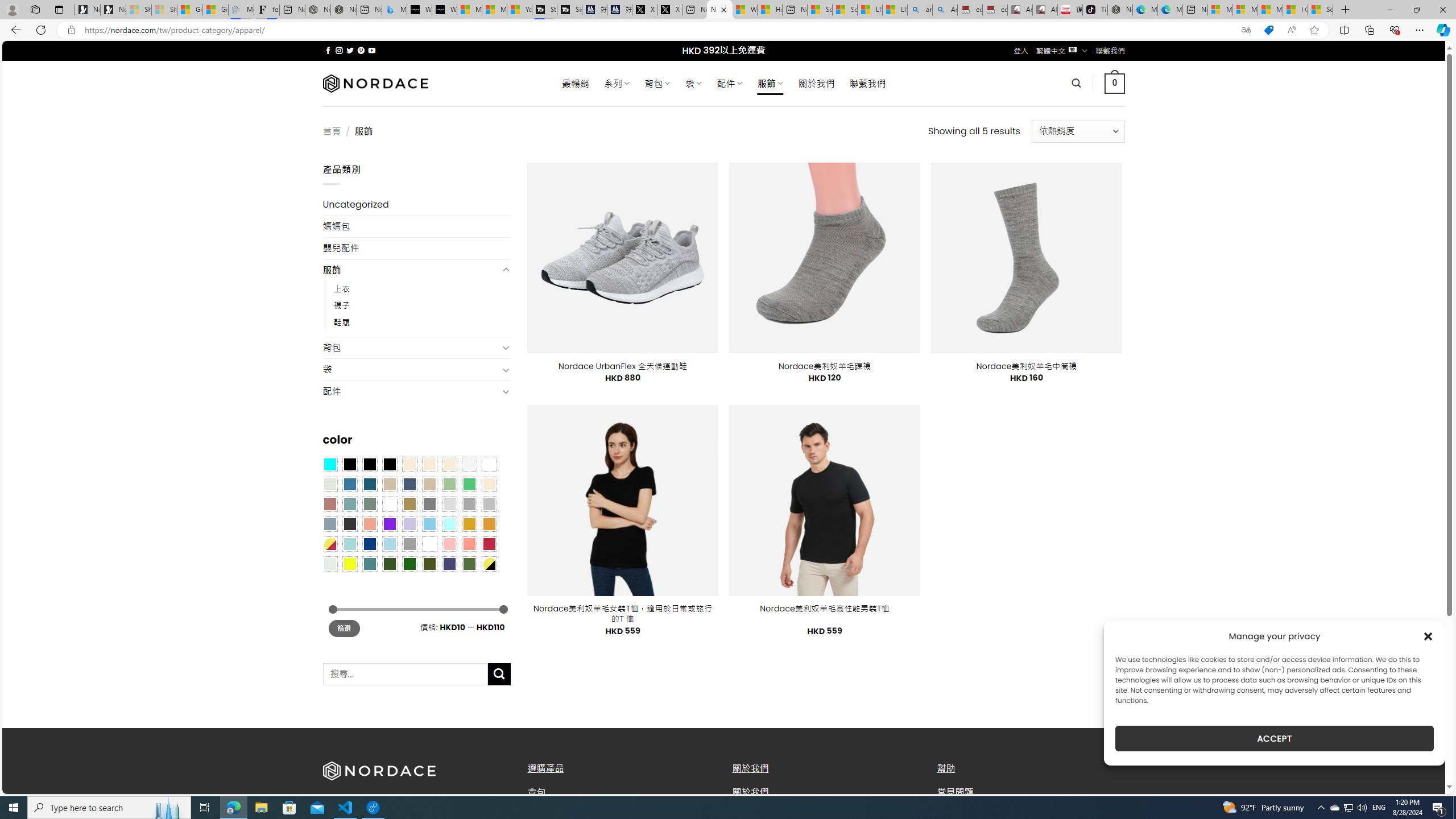 The height and width of the screenshot is (819, 1456). What do you see at coordinates (1268, 30) in the screenshot?
I see `'This site has coupons! Shopping in Microsoft Edge'` at bounding box center [1268, 30].